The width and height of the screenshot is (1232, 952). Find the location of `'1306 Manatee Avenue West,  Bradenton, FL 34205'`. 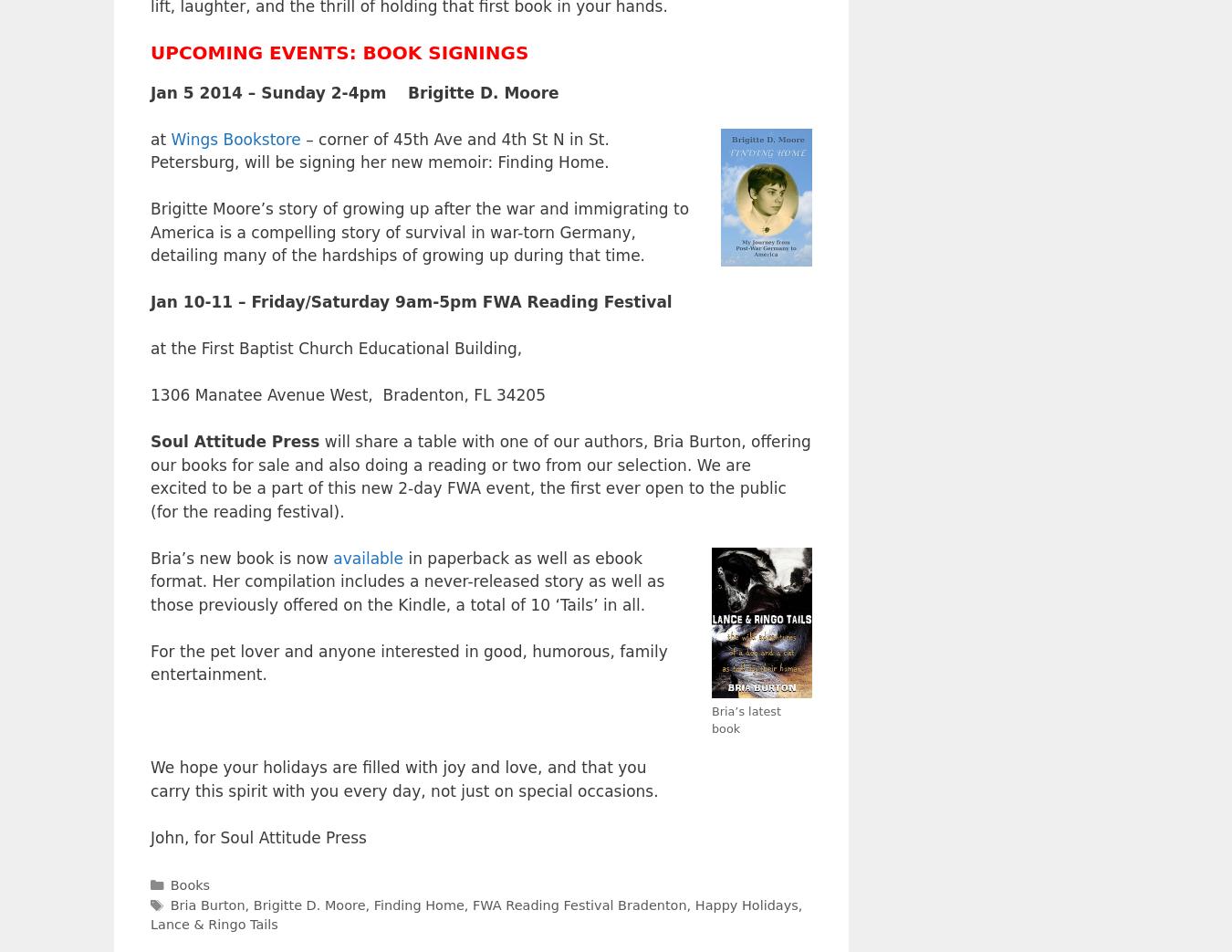

'1306 Manatee Avenue West,  Bradenton, FL 34205' is located at coordinates (347, 394).